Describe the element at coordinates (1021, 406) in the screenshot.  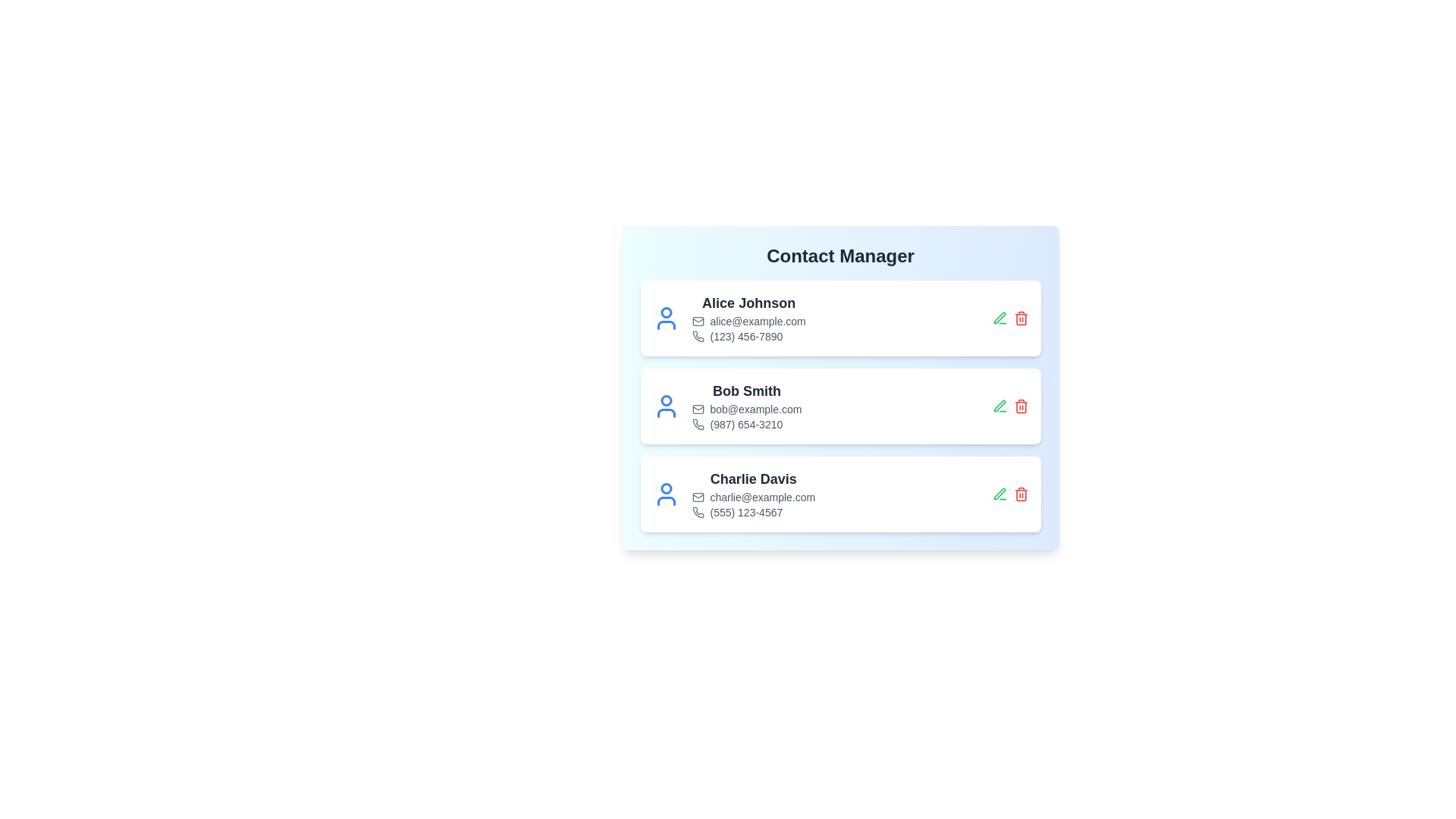
I see `the delete button for the contact identified by Bob Smith` at that location.